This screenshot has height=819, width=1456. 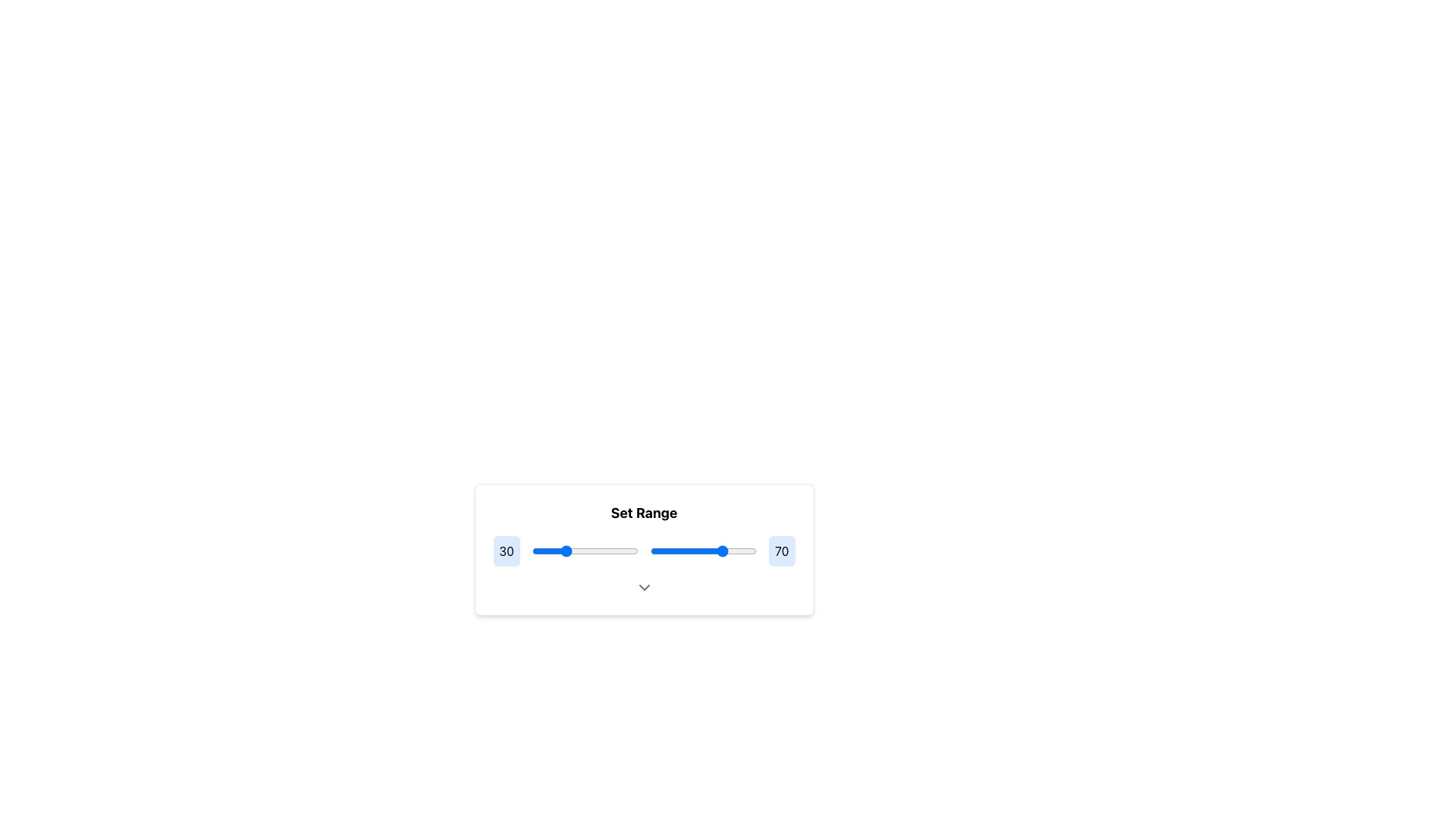 What do you see at coordinates (594, 551) in the screenshot?
I see `the slider value` at bounding box center [594, 551].